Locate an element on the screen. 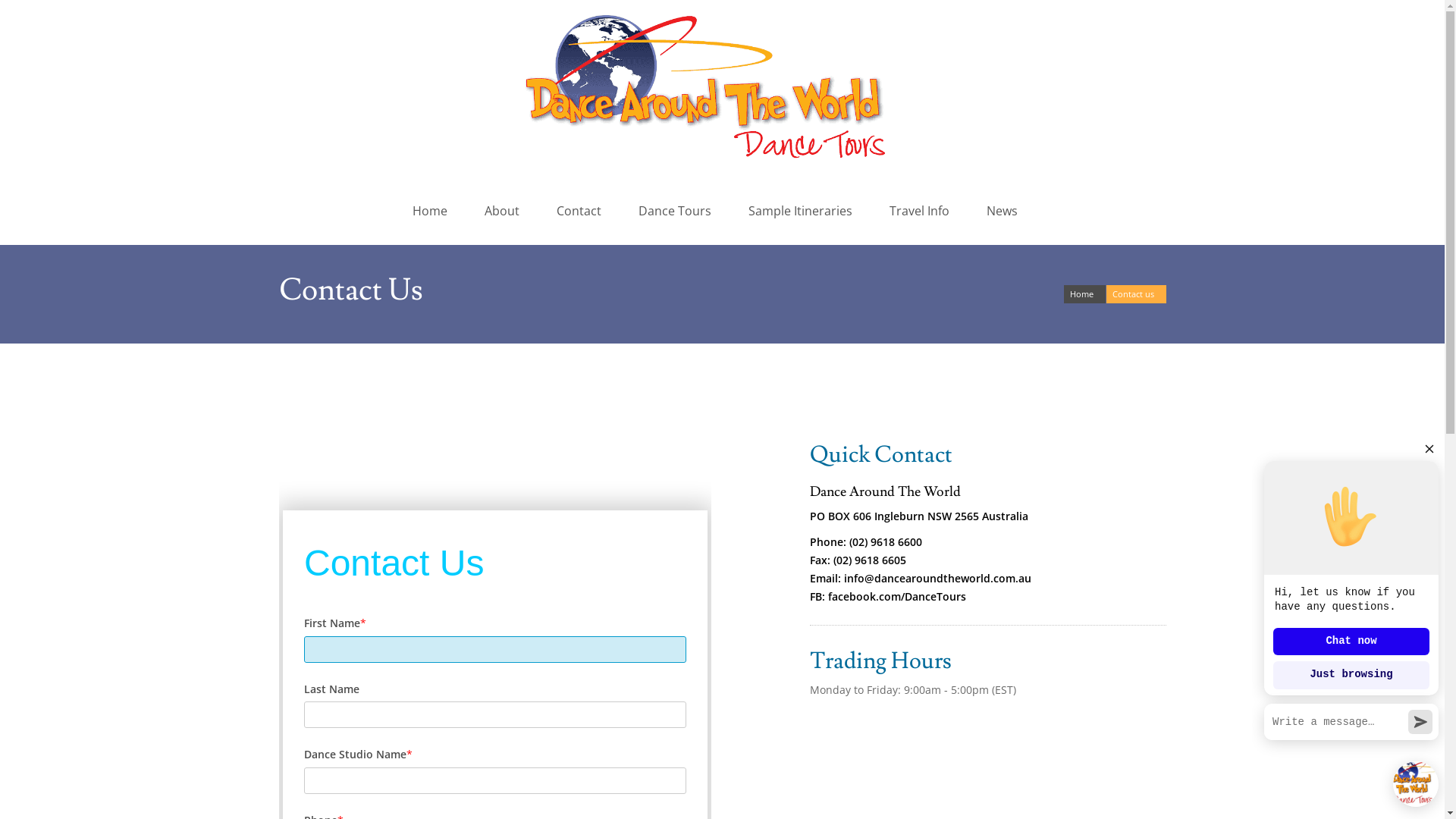  'Travel Info' is located at coordinates (921, 210).